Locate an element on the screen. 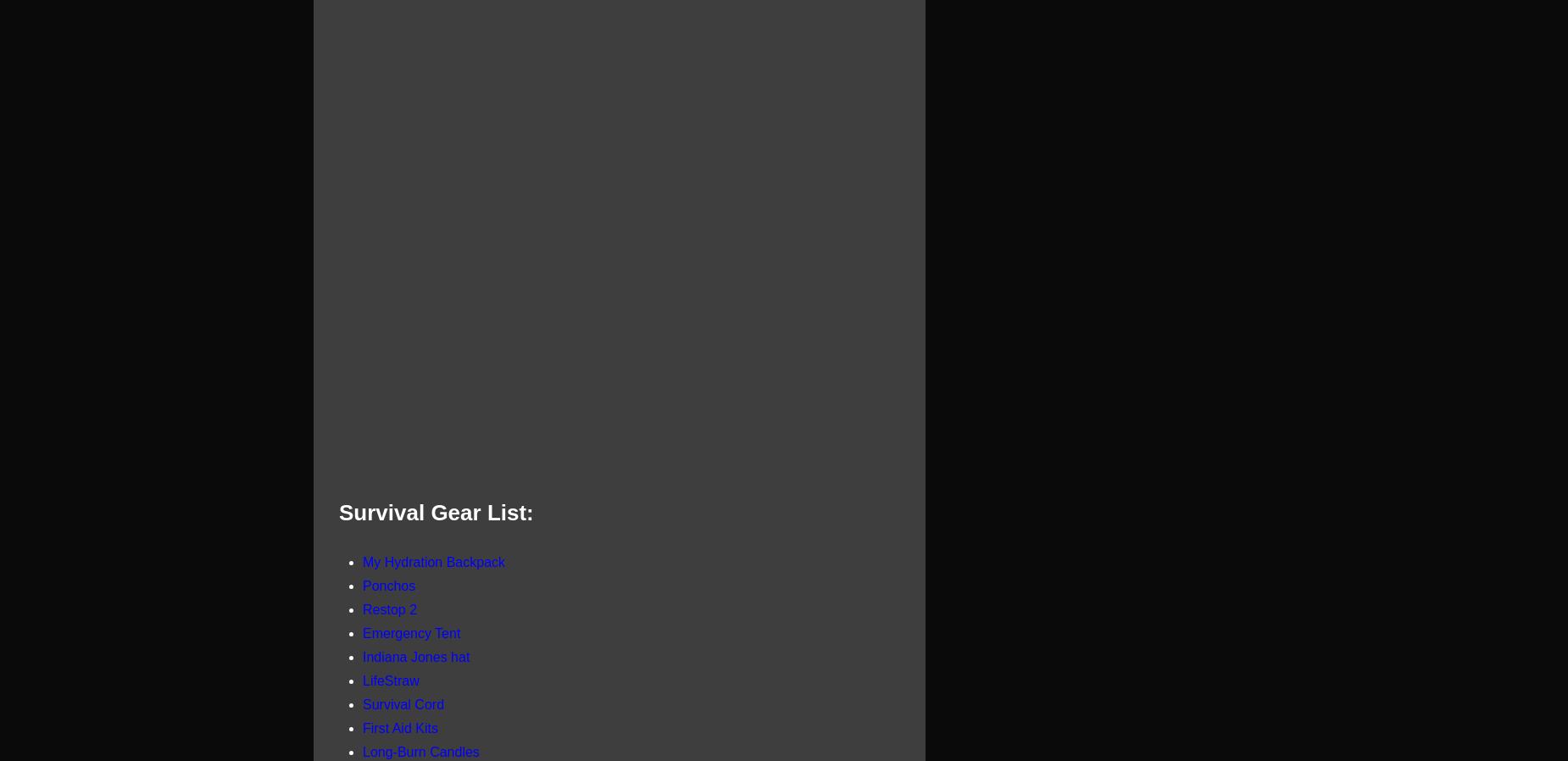 This screenshot has width=1568, height=761. 'Restop 2' is located at coordinates (388, 608).